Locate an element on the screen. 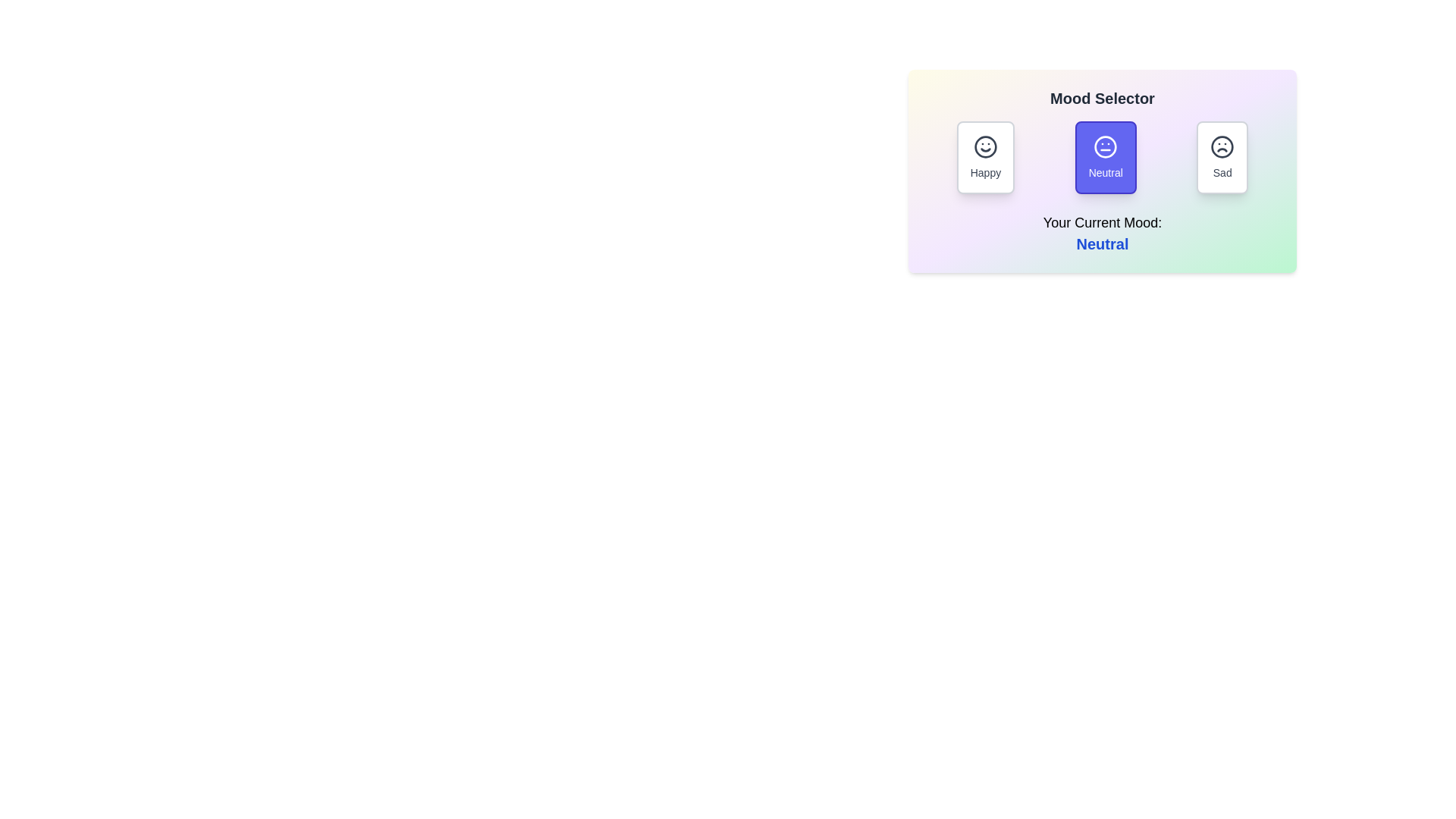 This screenshot has height=819, width=1456. the circular neutral face icon with straight-line eyes and mouth, located within the central button of the mood selector bar is located at coordinates (1106, 146).